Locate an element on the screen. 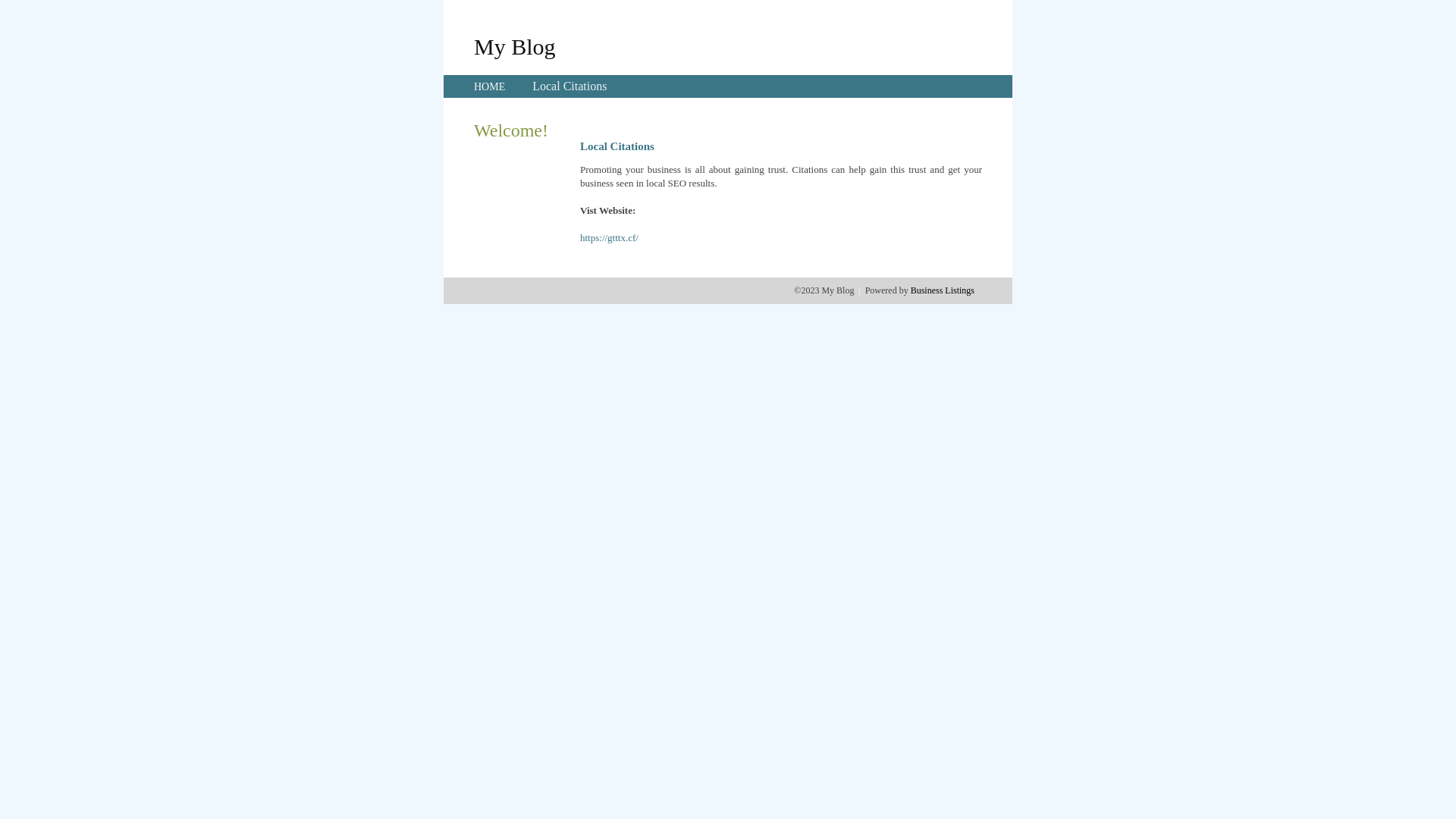 This screenshot has width=1456, height=819. 'Local Citations' is located at coordinates (568, 86).